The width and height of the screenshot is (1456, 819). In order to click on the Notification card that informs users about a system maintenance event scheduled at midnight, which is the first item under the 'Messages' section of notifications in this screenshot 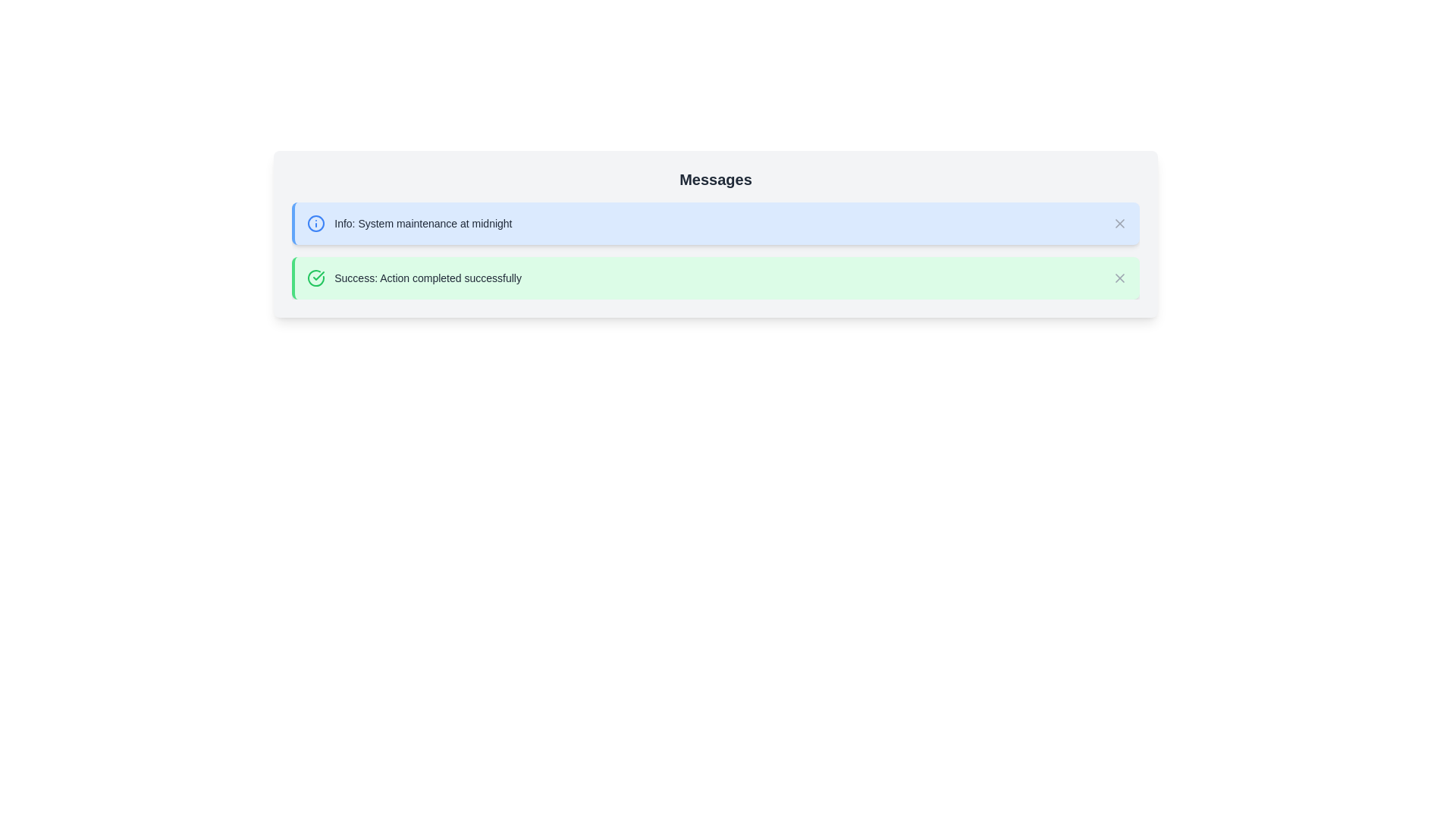, I will do `click(715, 223)`.